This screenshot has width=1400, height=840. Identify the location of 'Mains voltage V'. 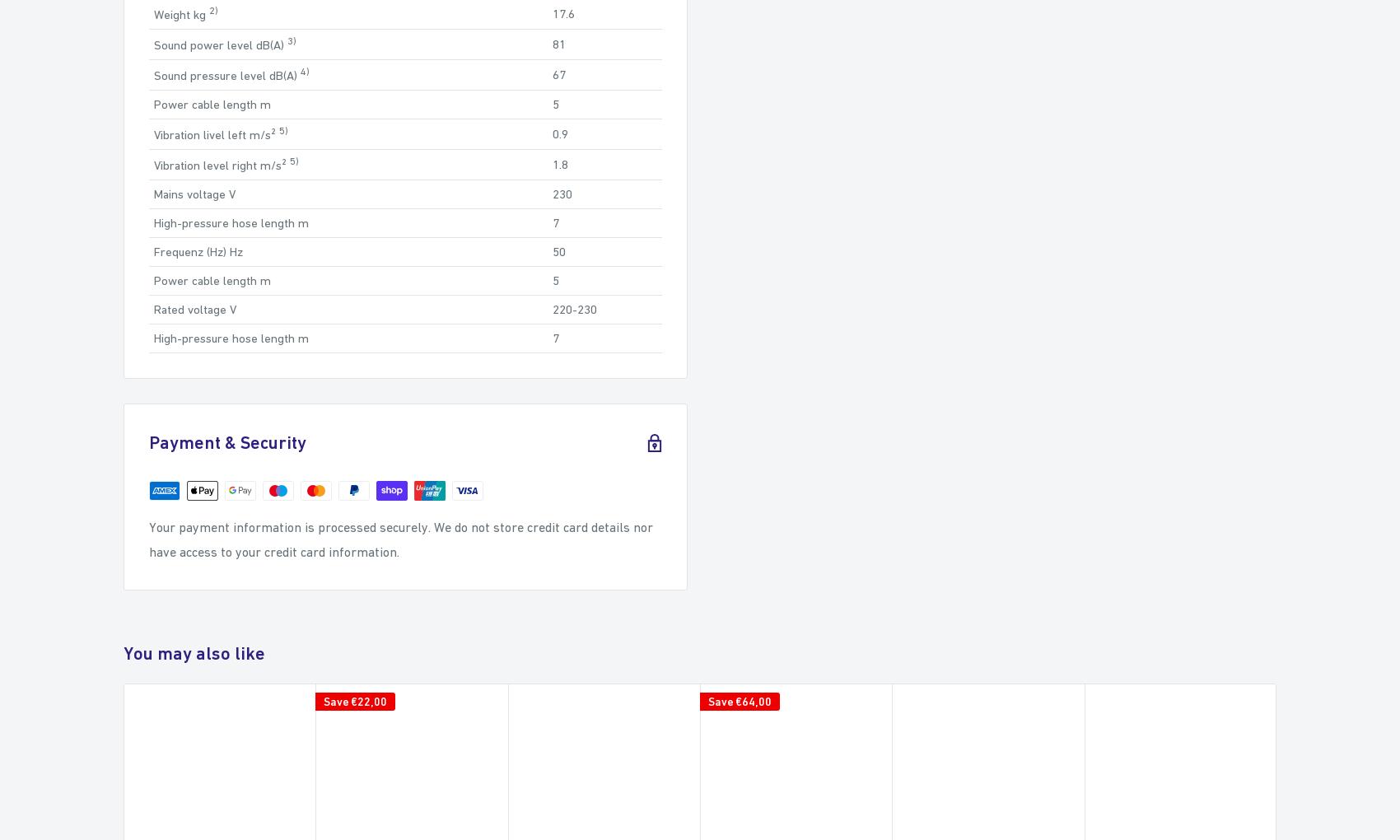
(194, 194).